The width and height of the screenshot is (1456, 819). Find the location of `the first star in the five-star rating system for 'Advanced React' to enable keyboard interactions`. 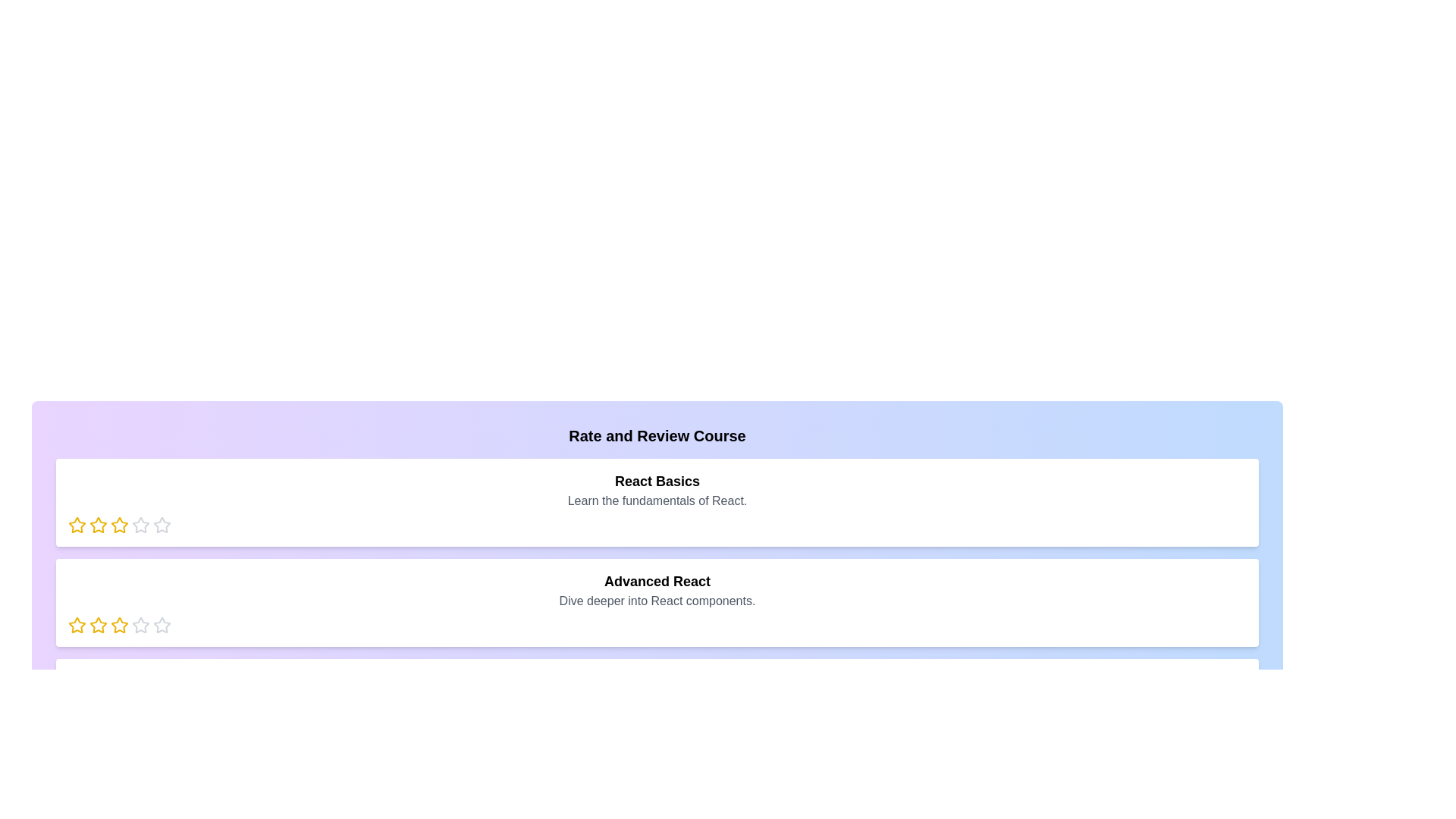

the first star in the five-star rating system for 'Advanced React' to enable keyboard interactions is located at coordinates (76, 625).